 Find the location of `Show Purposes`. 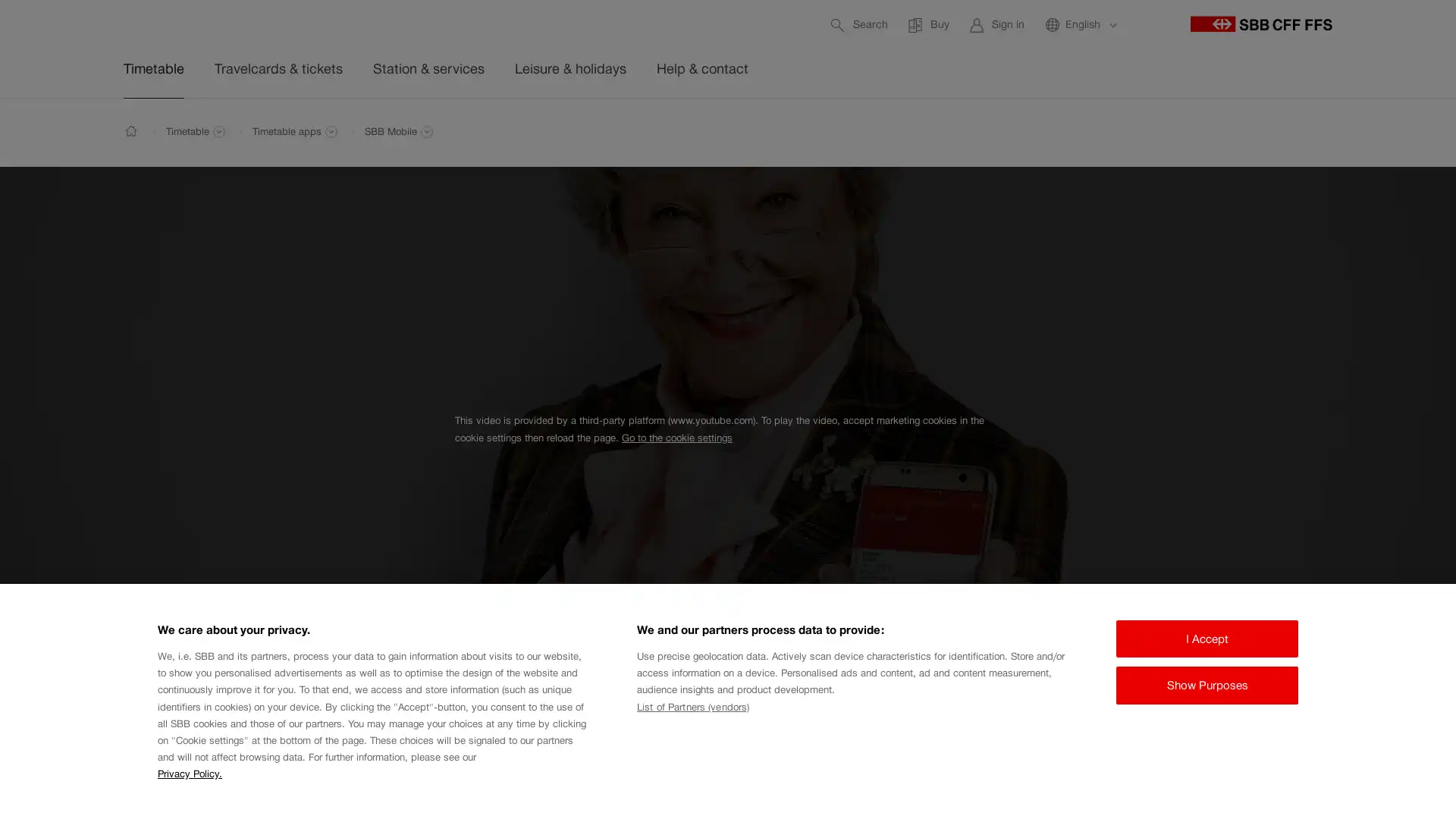

Show Purposes is located at coordinates (1207, 685).